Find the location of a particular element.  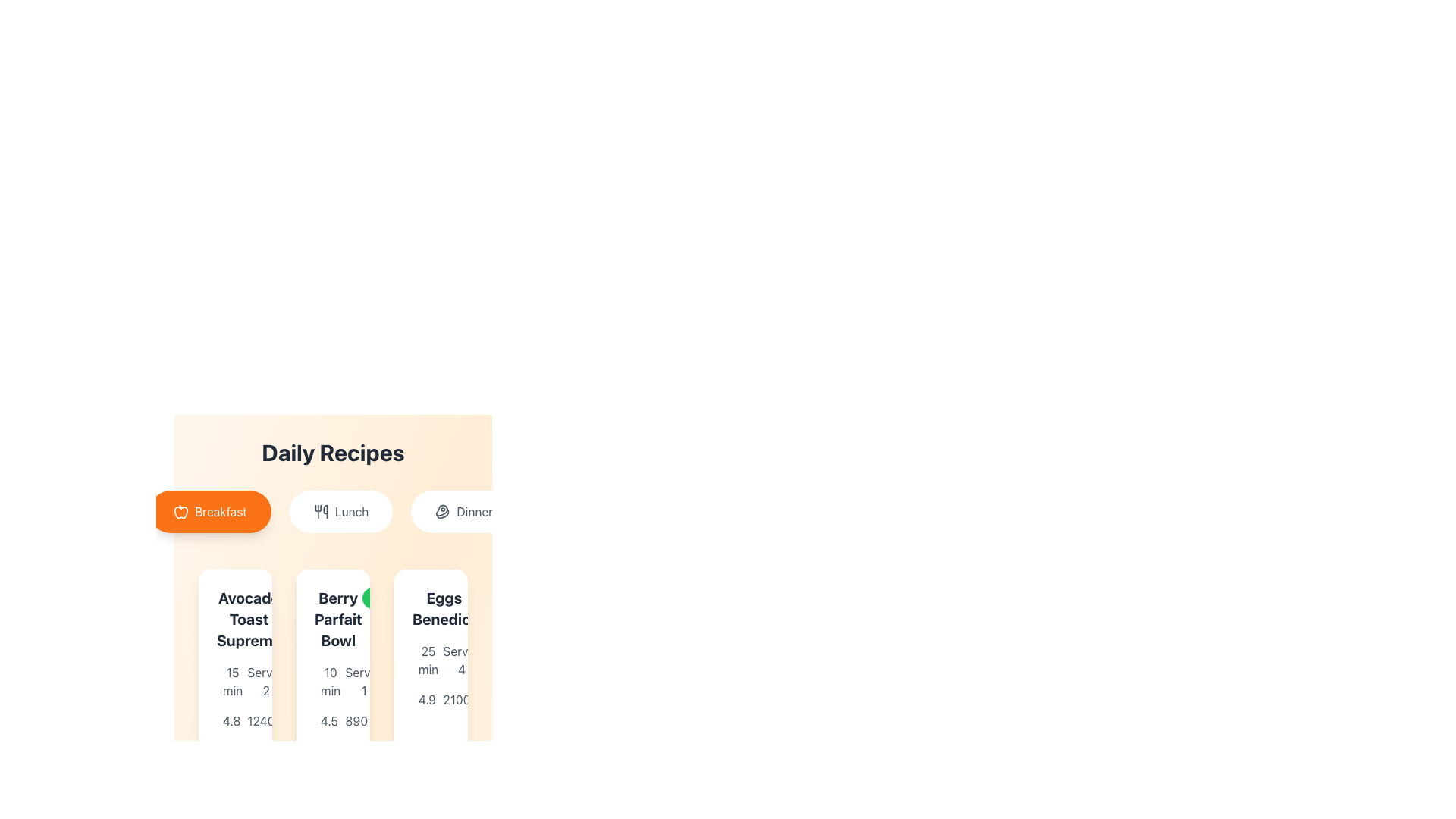

the text display showing '2100' is located at coordinates (456, 699).